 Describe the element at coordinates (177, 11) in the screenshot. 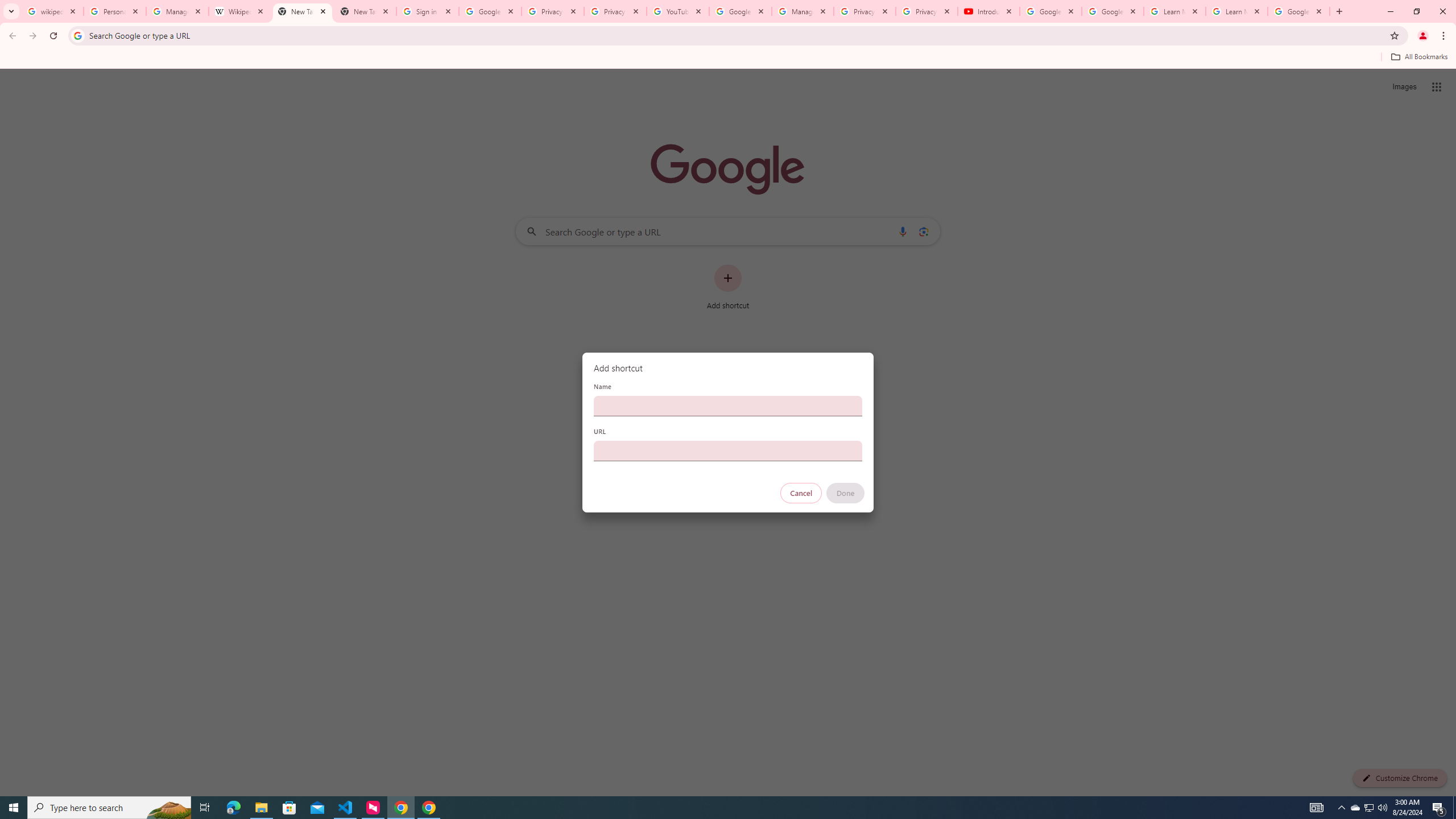

I see `'Manage your Location History - Google Search Help'` at that location.